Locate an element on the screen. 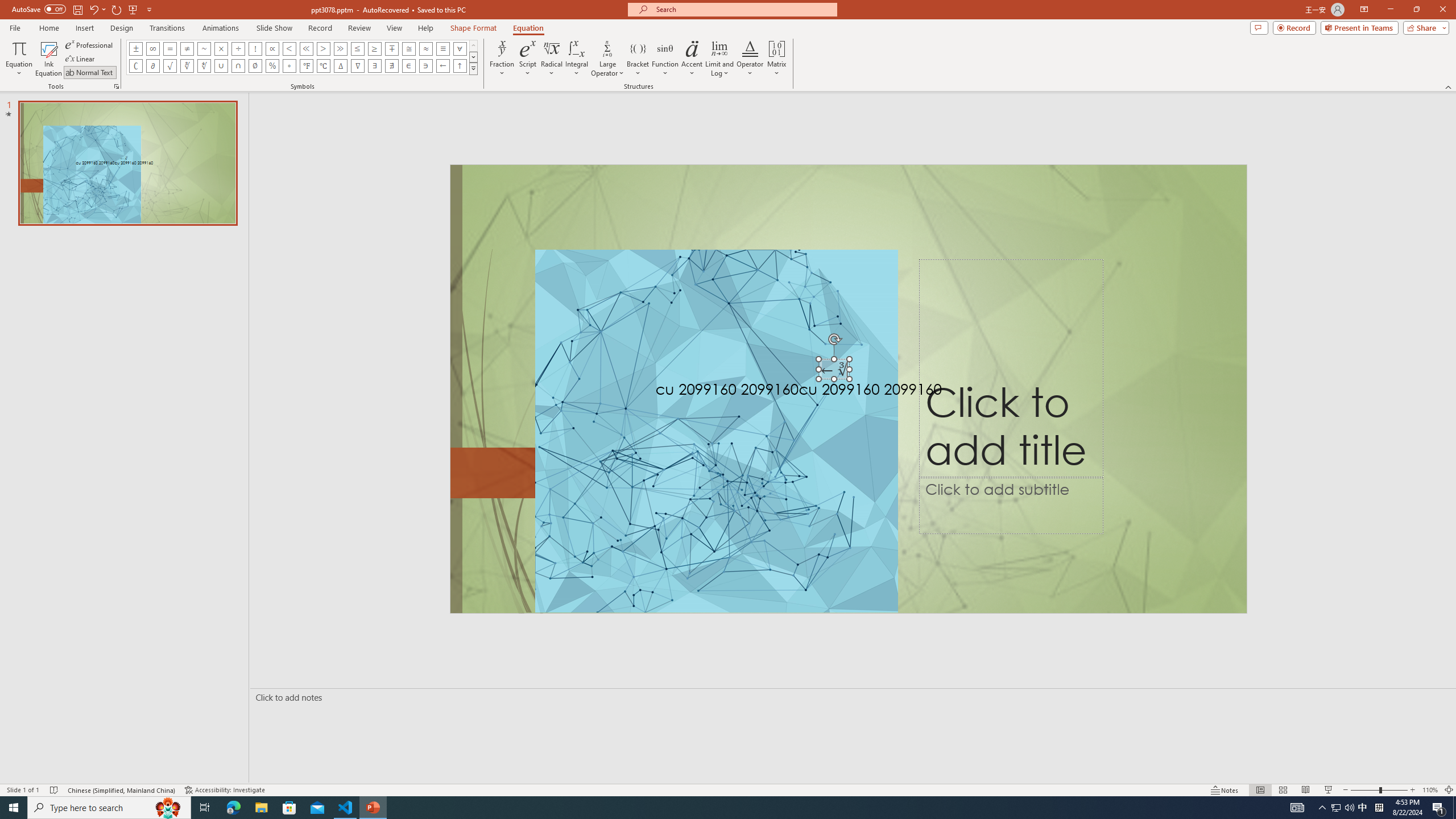  'Equation Symbol Percentage' is located at coordinates (271, 65).